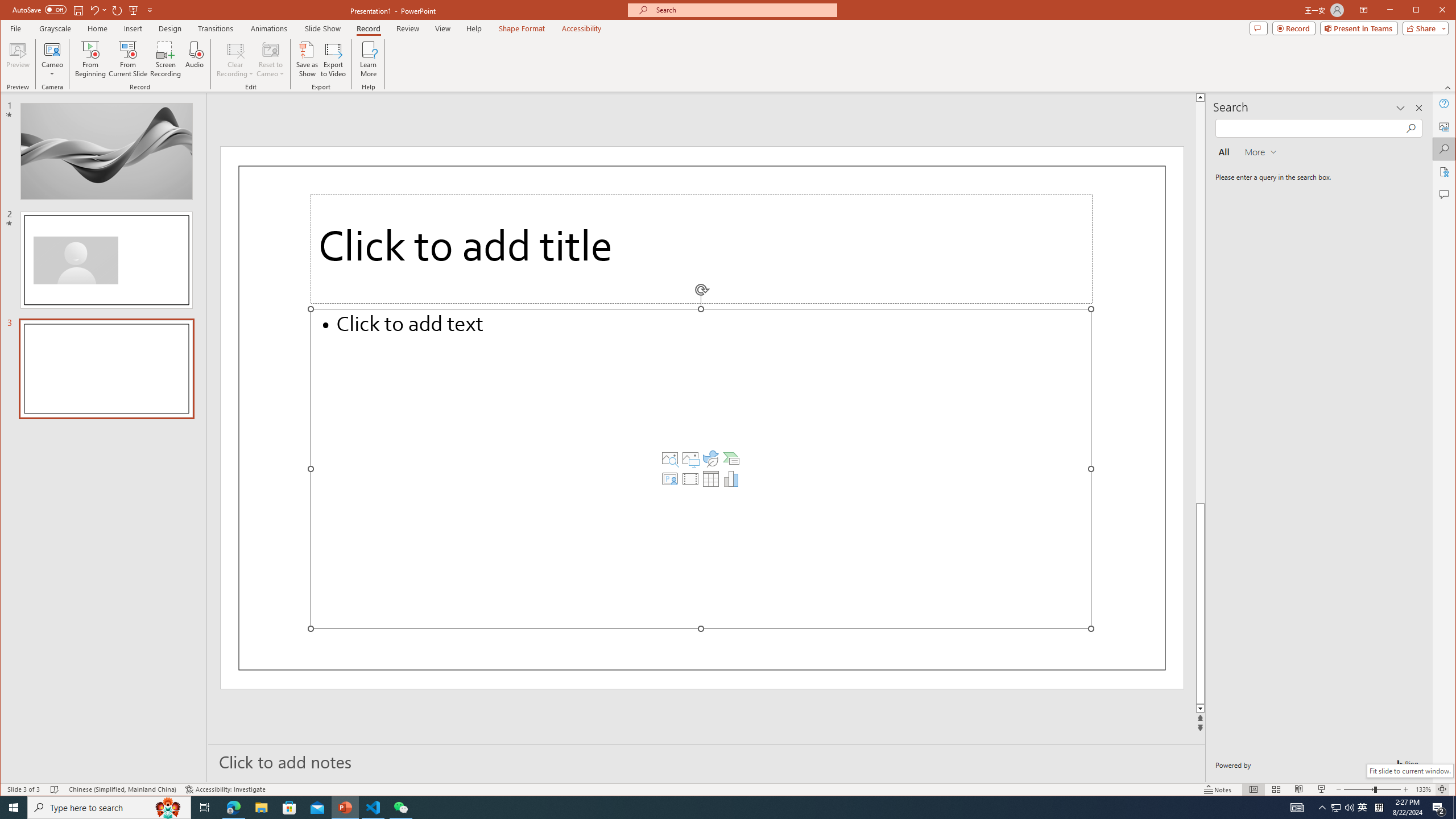  What do you see at coordinates (731, 458) in the screenshot?
I see `'Insert a SmartArt Graphic'` at bounding box center [731, 458].